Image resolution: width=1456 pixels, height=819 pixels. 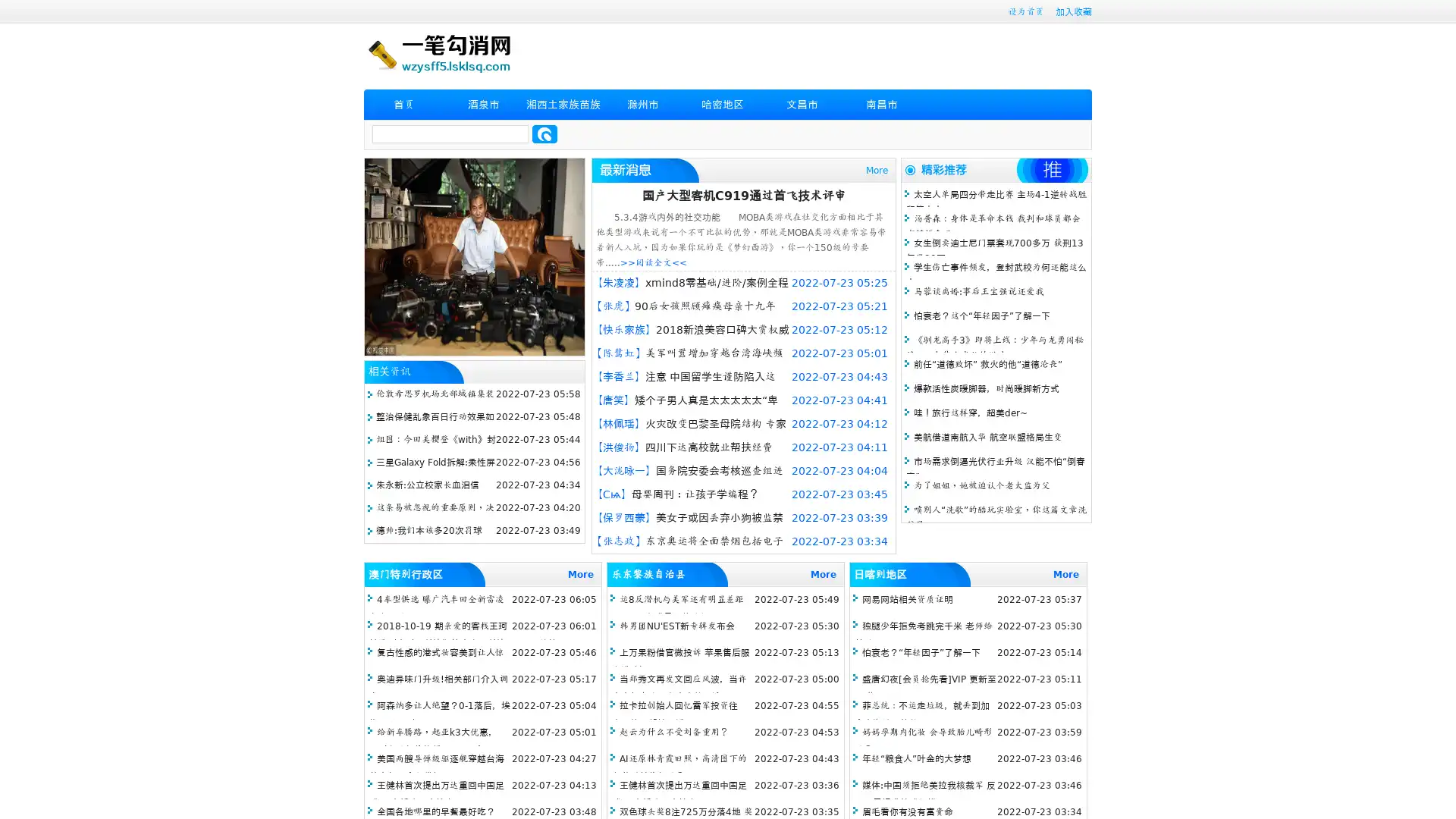 I want to click on Search, so click(x=544, y=133).